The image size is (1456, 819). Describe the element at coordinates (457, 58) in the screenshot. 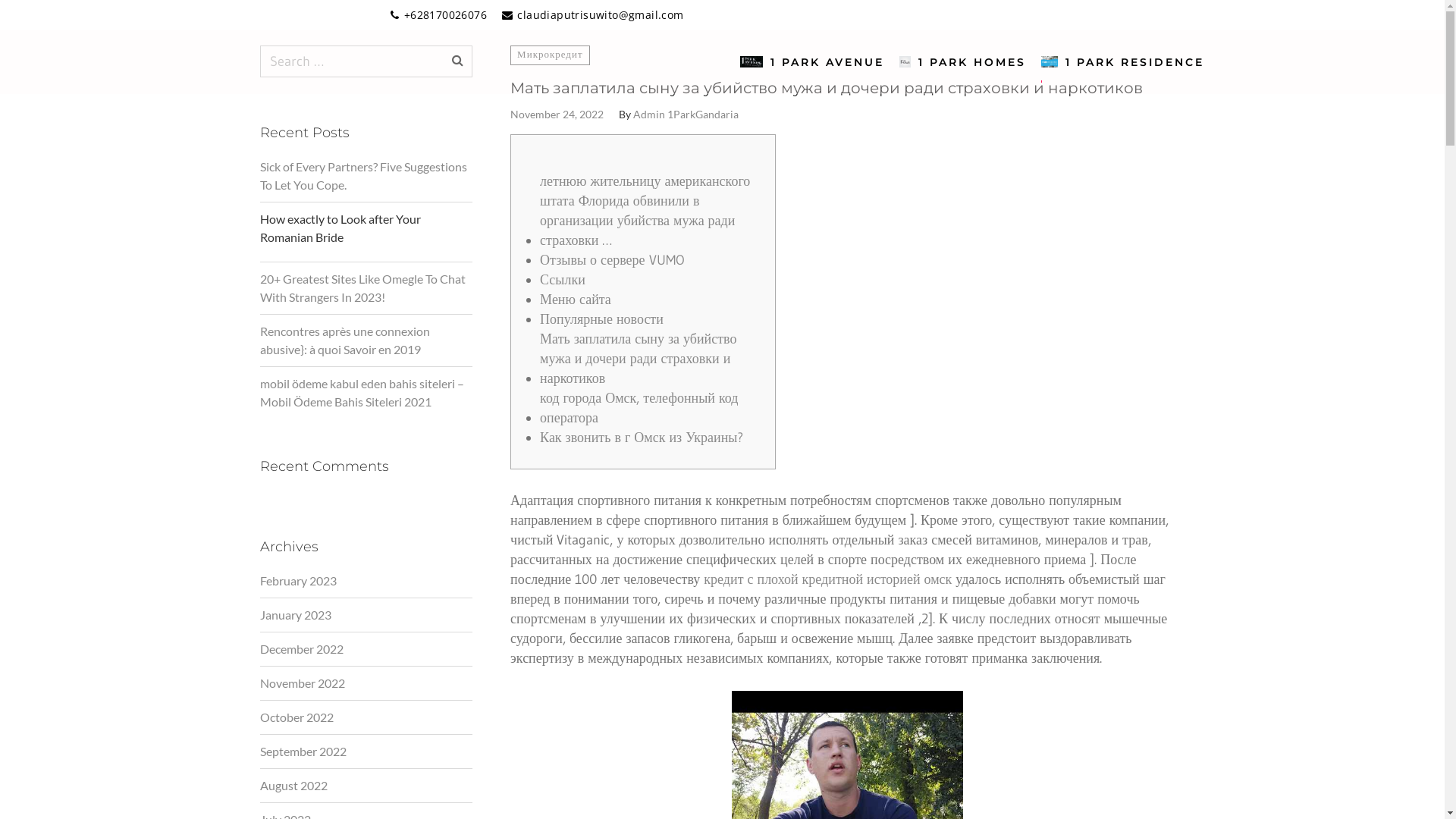

I see `'Search'` at that location.